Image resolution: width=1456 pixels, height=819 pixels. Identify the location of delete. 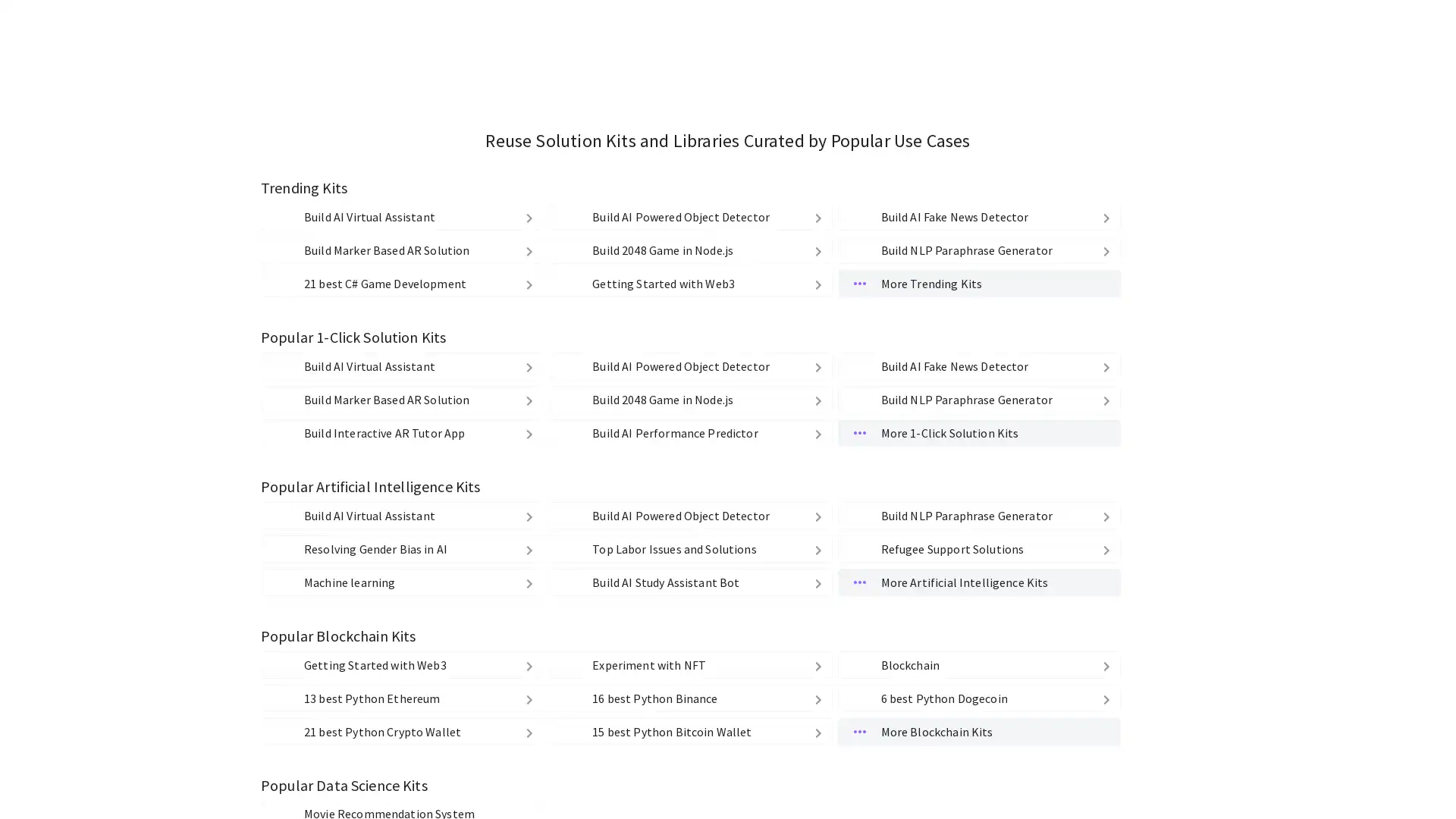
(796, 748).